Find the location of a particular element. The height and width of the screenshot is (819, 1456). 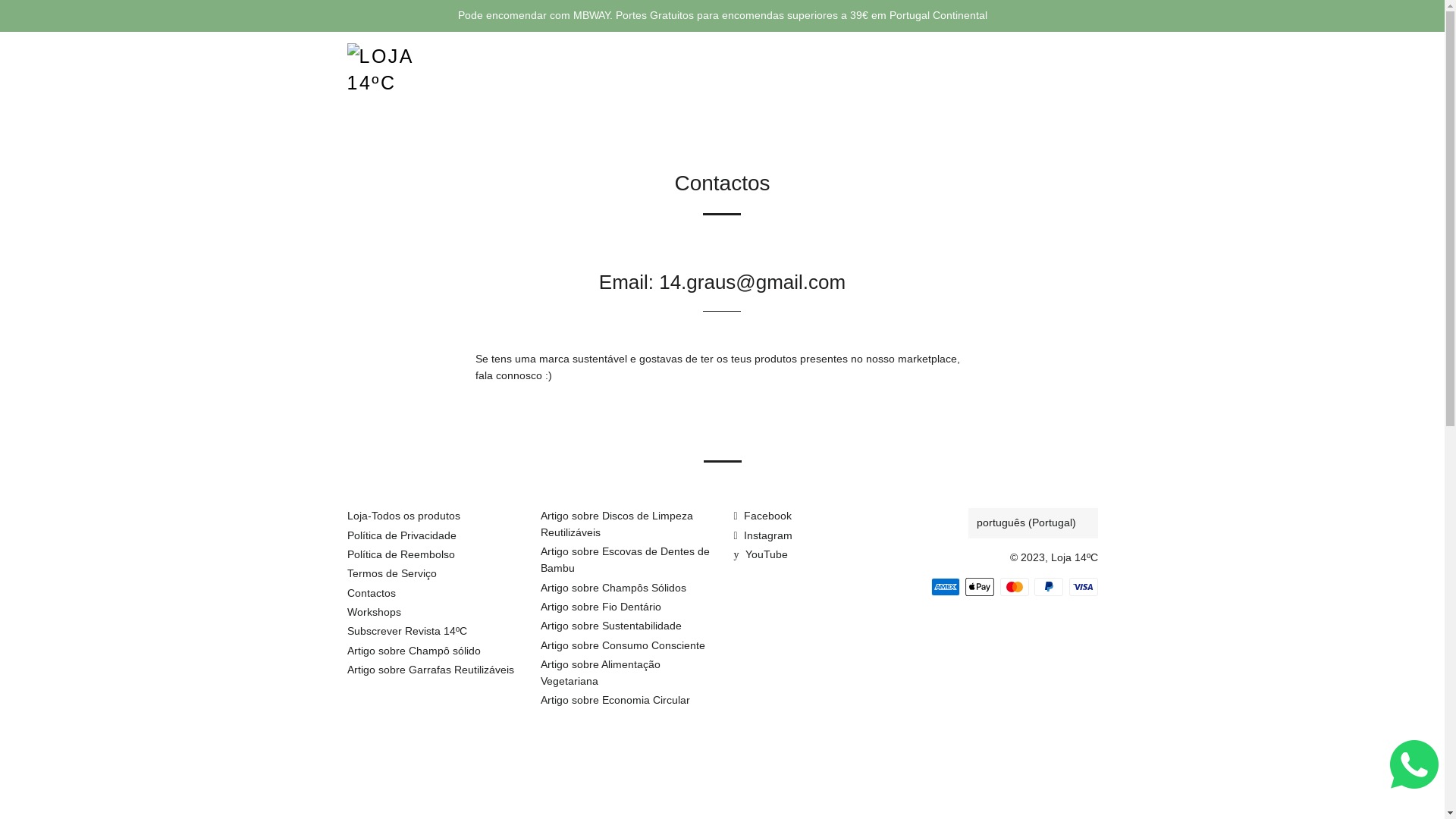

'Contactos' is located at coordinates (346, 592).